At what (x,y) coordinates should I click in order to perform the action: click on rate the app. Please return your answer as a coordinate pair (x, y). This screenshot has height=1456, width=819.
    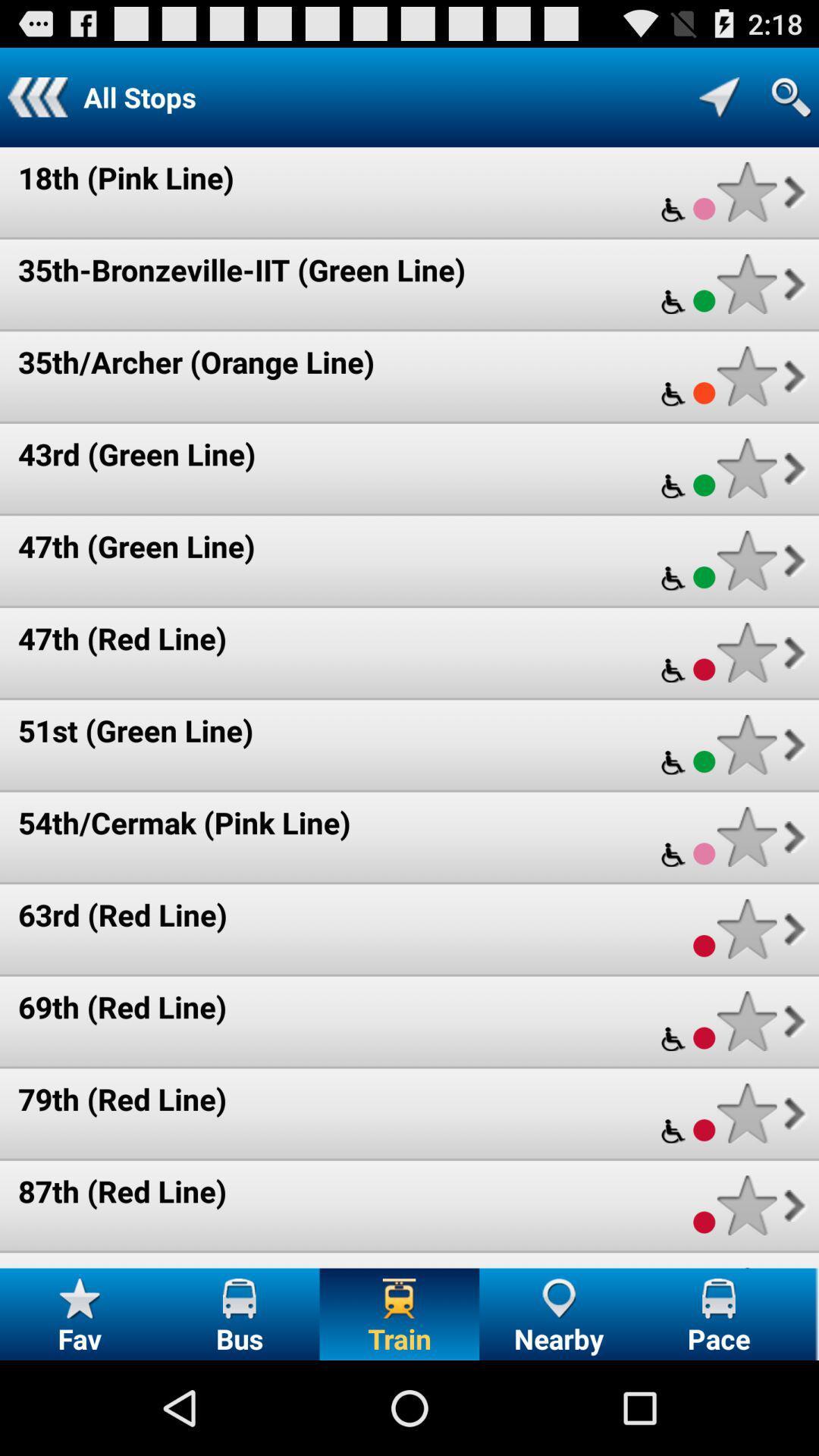
    Looking at the image, I should click on (746, 652).